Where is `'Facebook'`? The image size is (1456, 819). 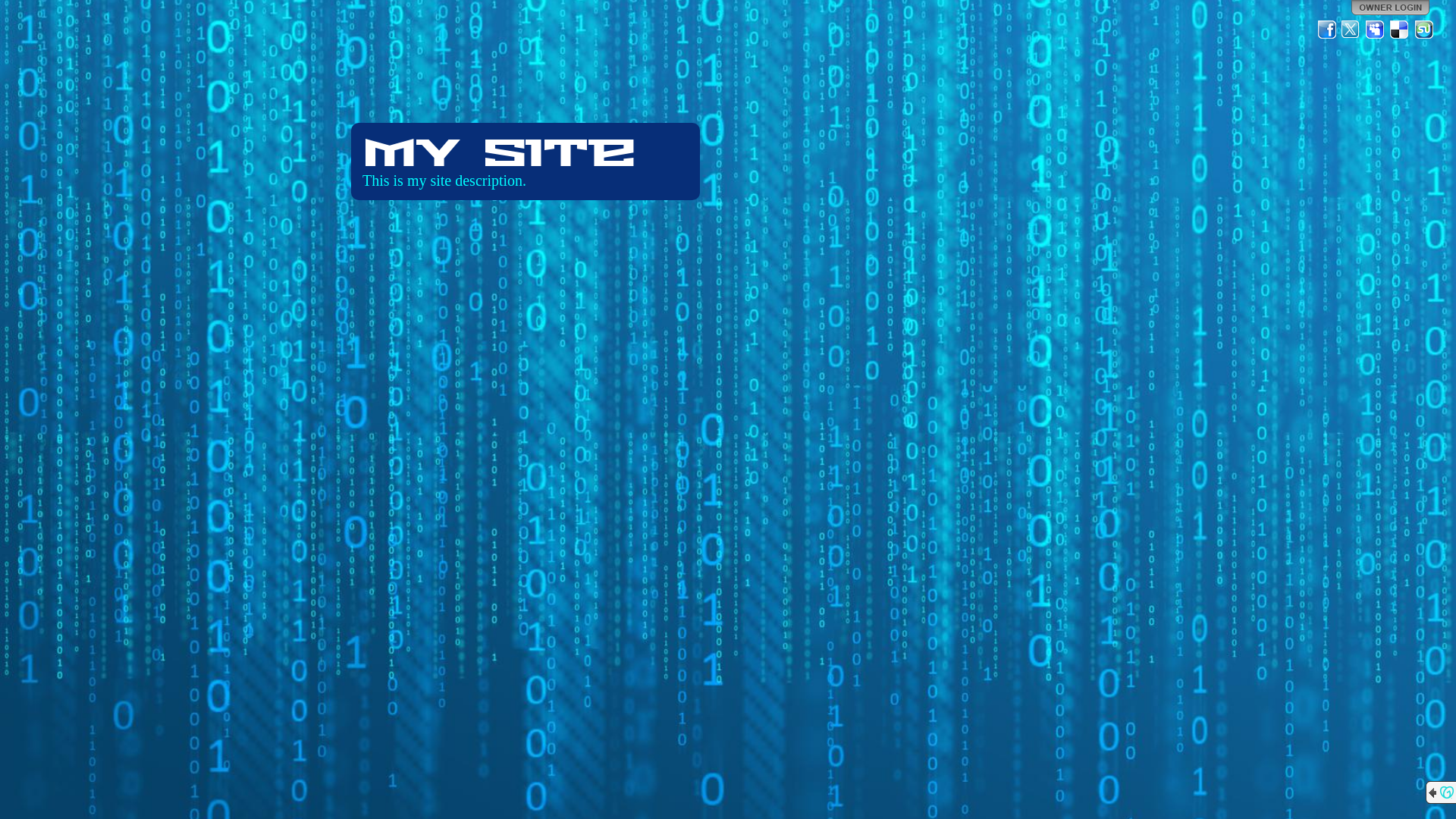
'Facebook' is located at coordinates (1326, 29).